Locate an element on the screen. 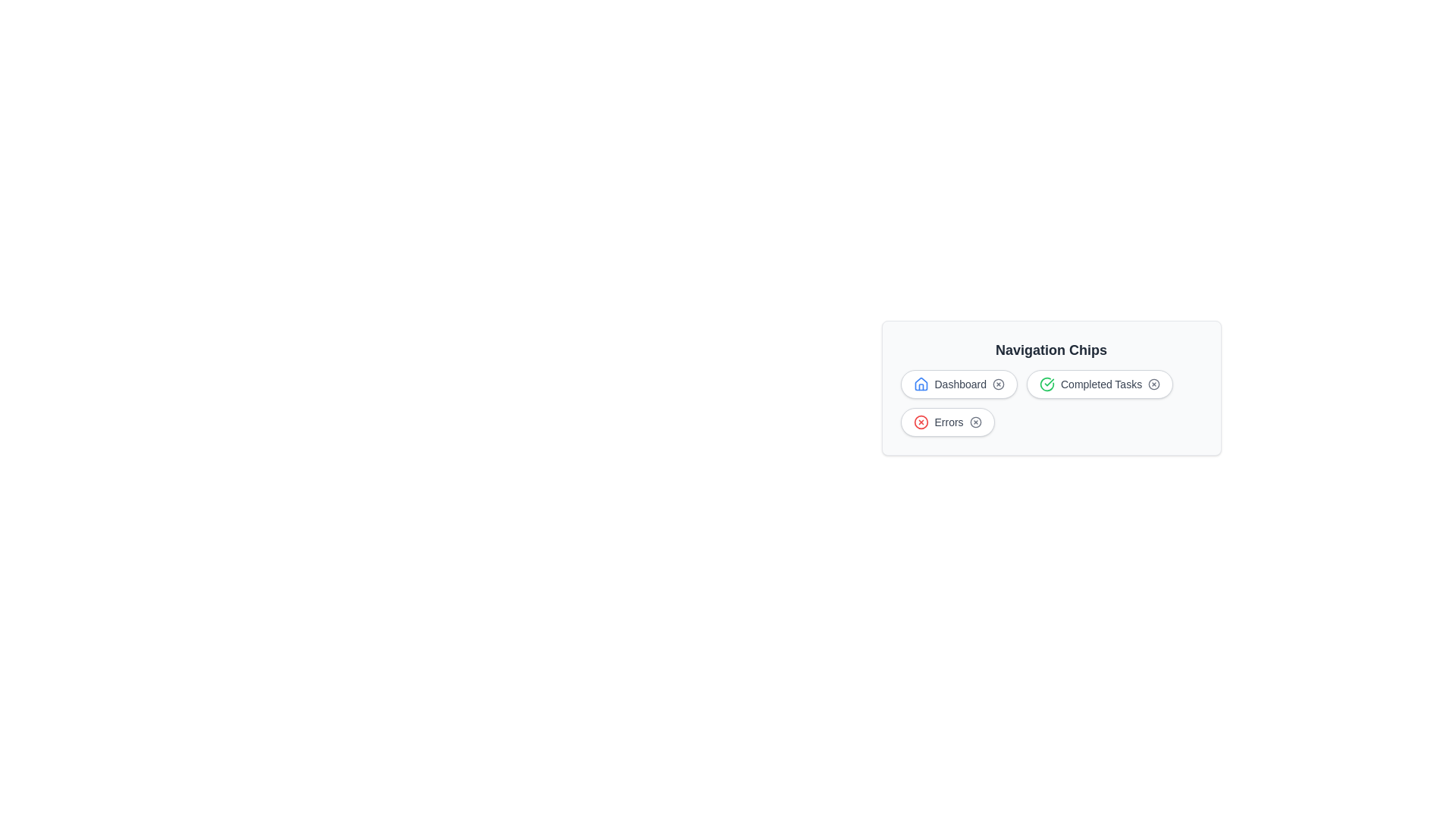 The height and width of the screenshot is (819, 1456). close button of the chip labeled Dashboard is located at coordinates (998, 383).